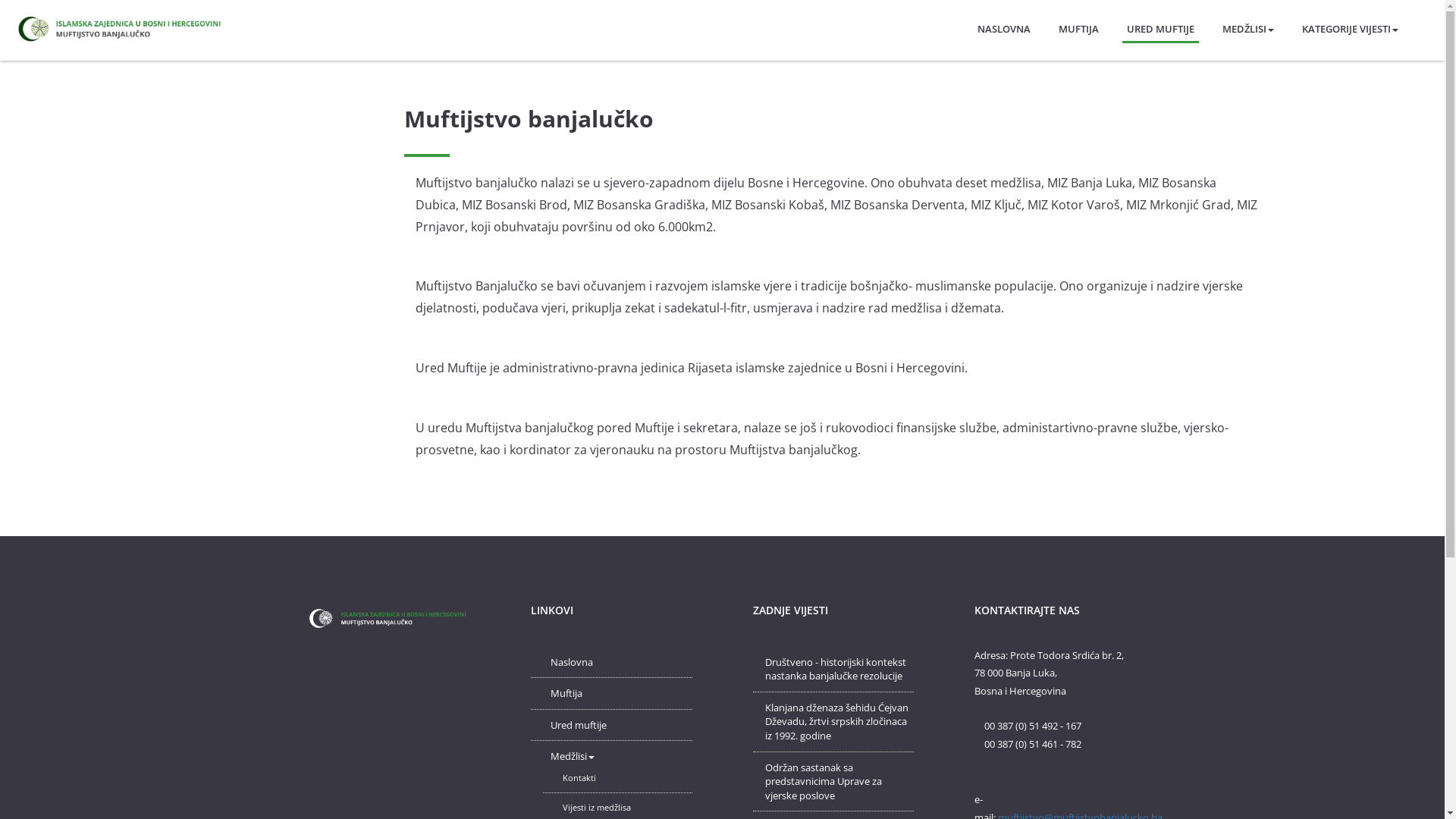 The width and height of the screenshot is (1456, 819). I want to click on 'URED MUFTIJE', so click(1159, 26).